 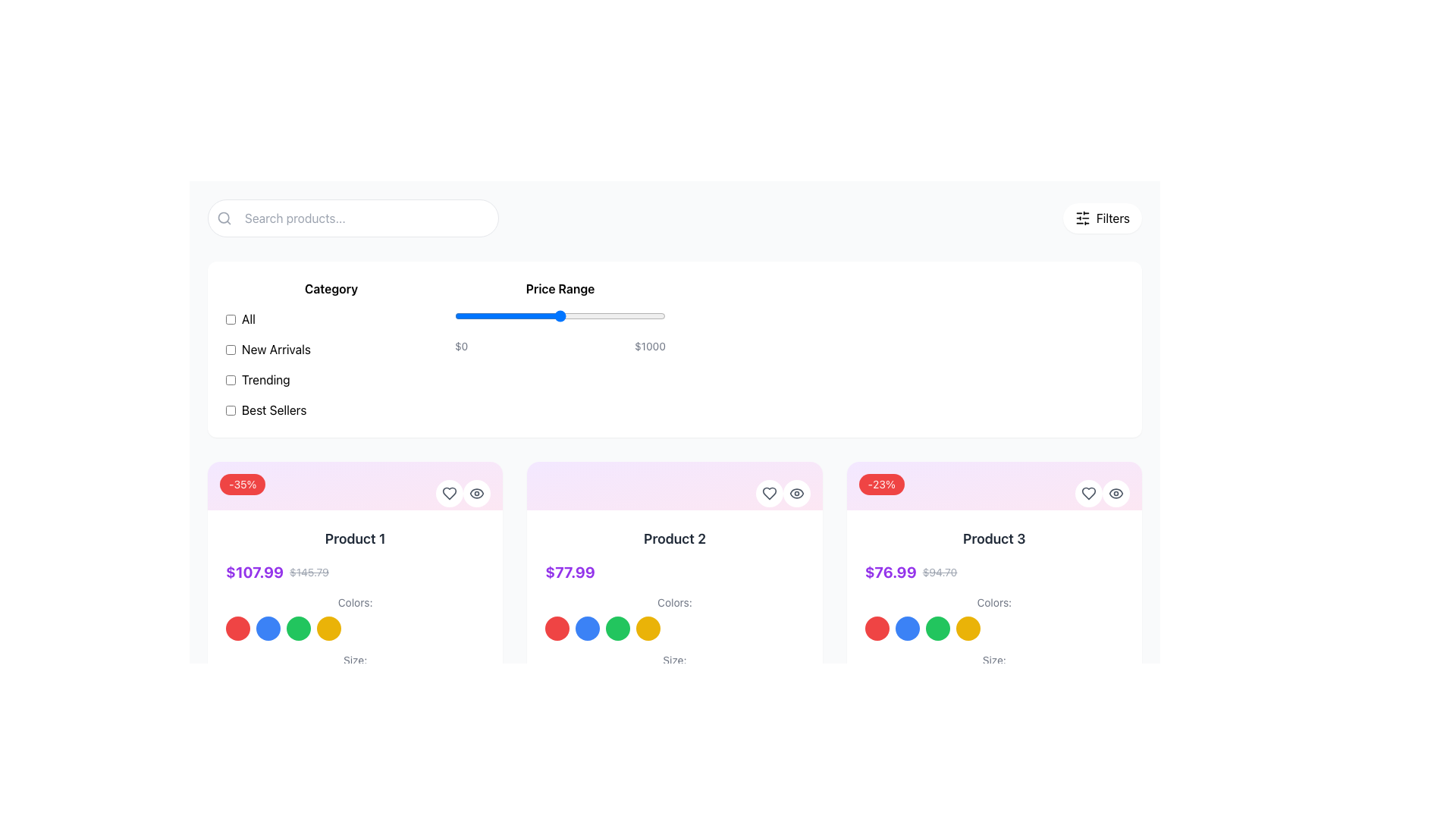 I want to click on the third circle representing the color green under 'Colors:' in the first product card on the left, so click(x=298, y=629).